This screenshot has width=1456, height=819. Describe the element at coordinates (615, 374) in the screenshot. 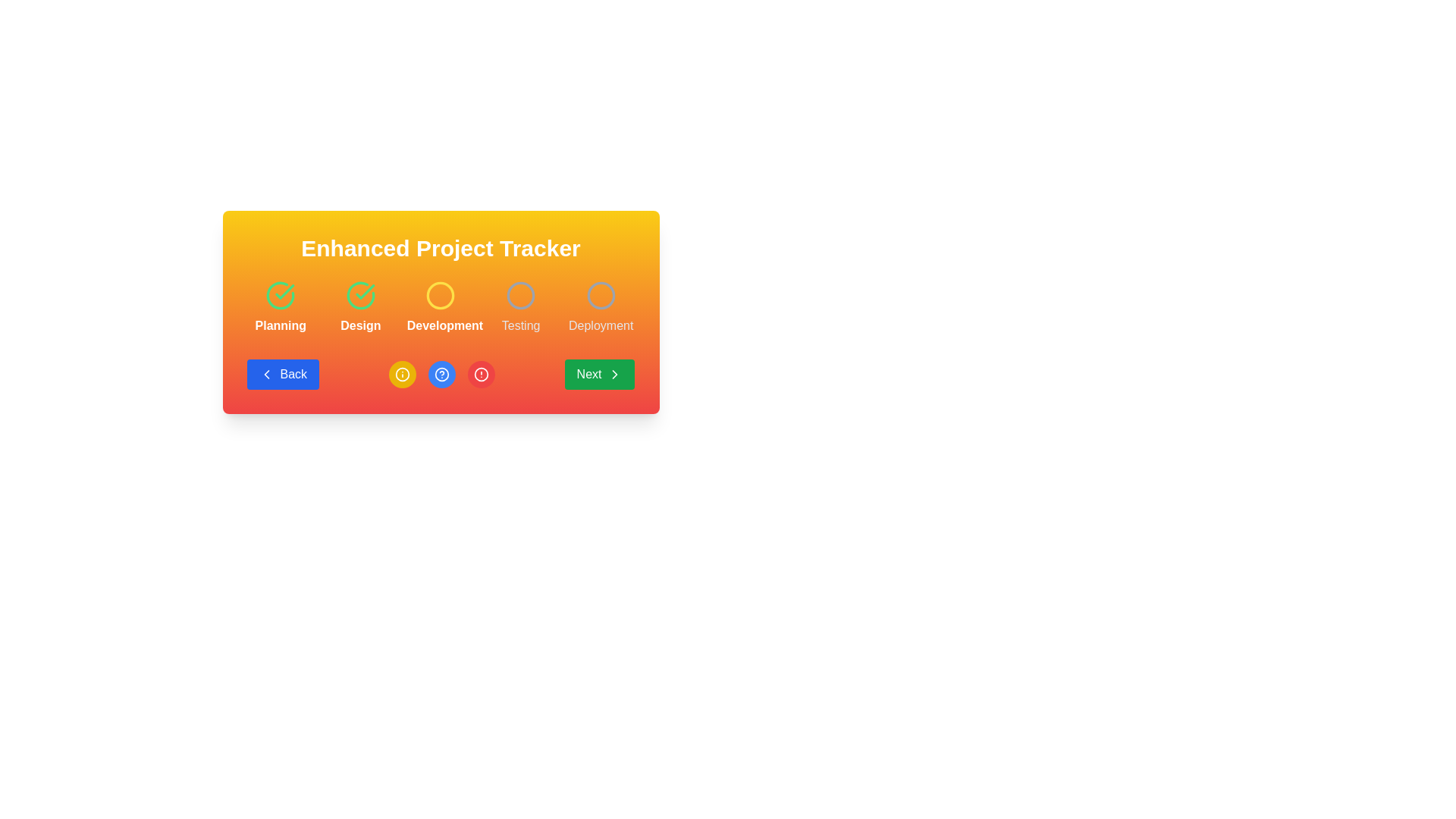

I see `the directional indicator icon located within the green rounded button labeled 'Next' at the bottom-right corner of the card` at that location.